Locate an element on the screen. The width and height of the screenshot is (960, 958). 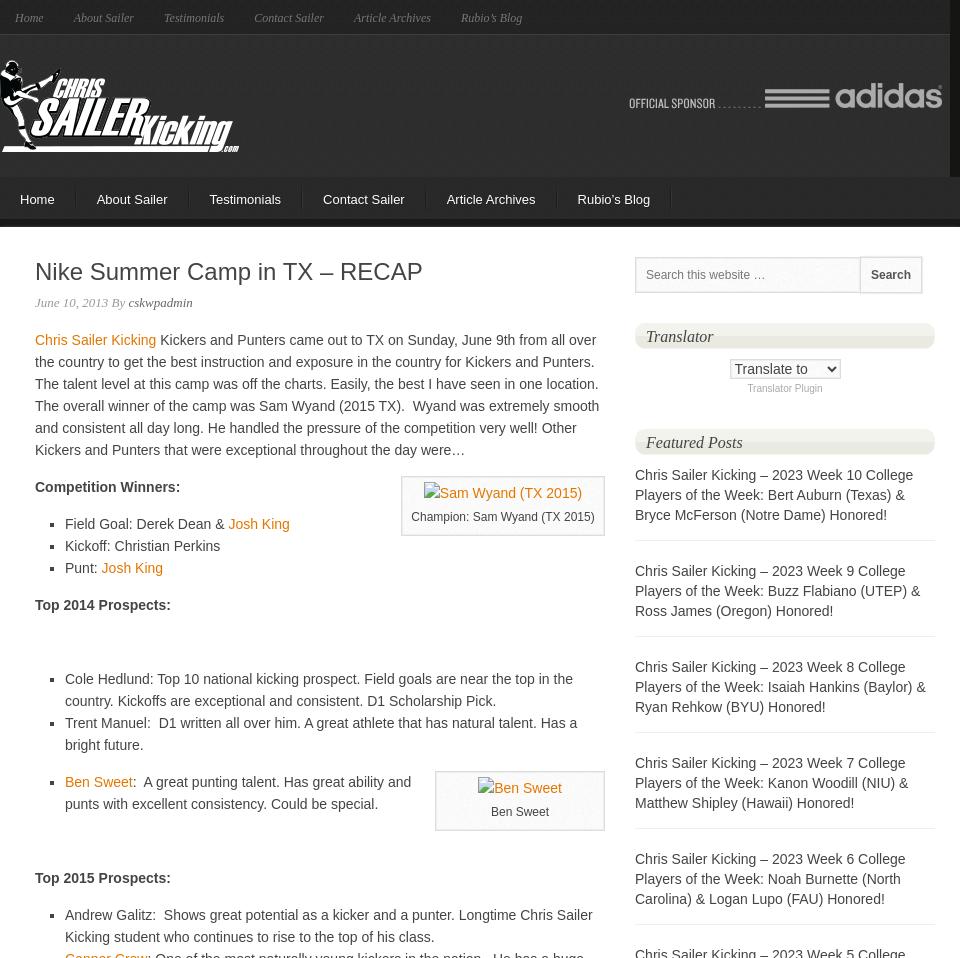
'Top 2014 Prospects:' is located at coordinates (102, 604).